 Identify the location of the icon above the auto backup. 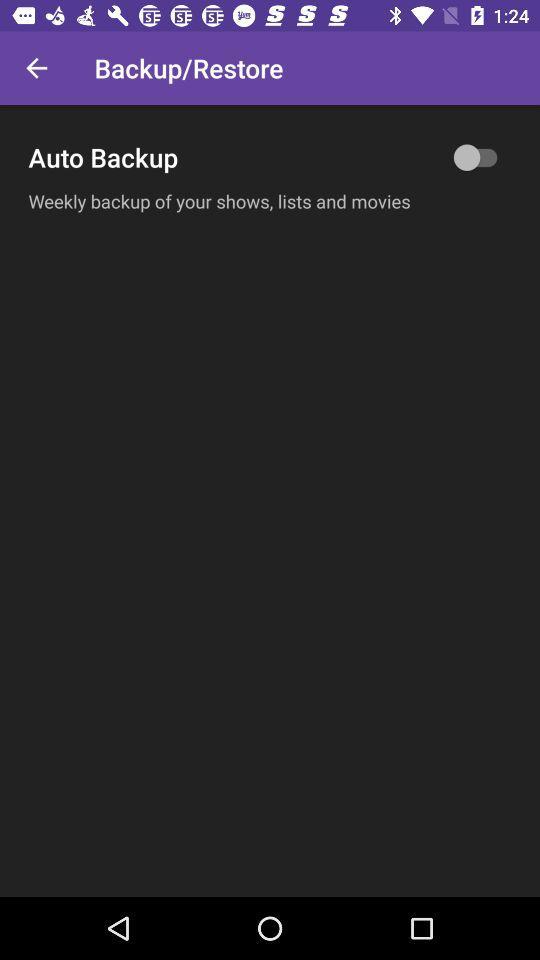
(36, 68).